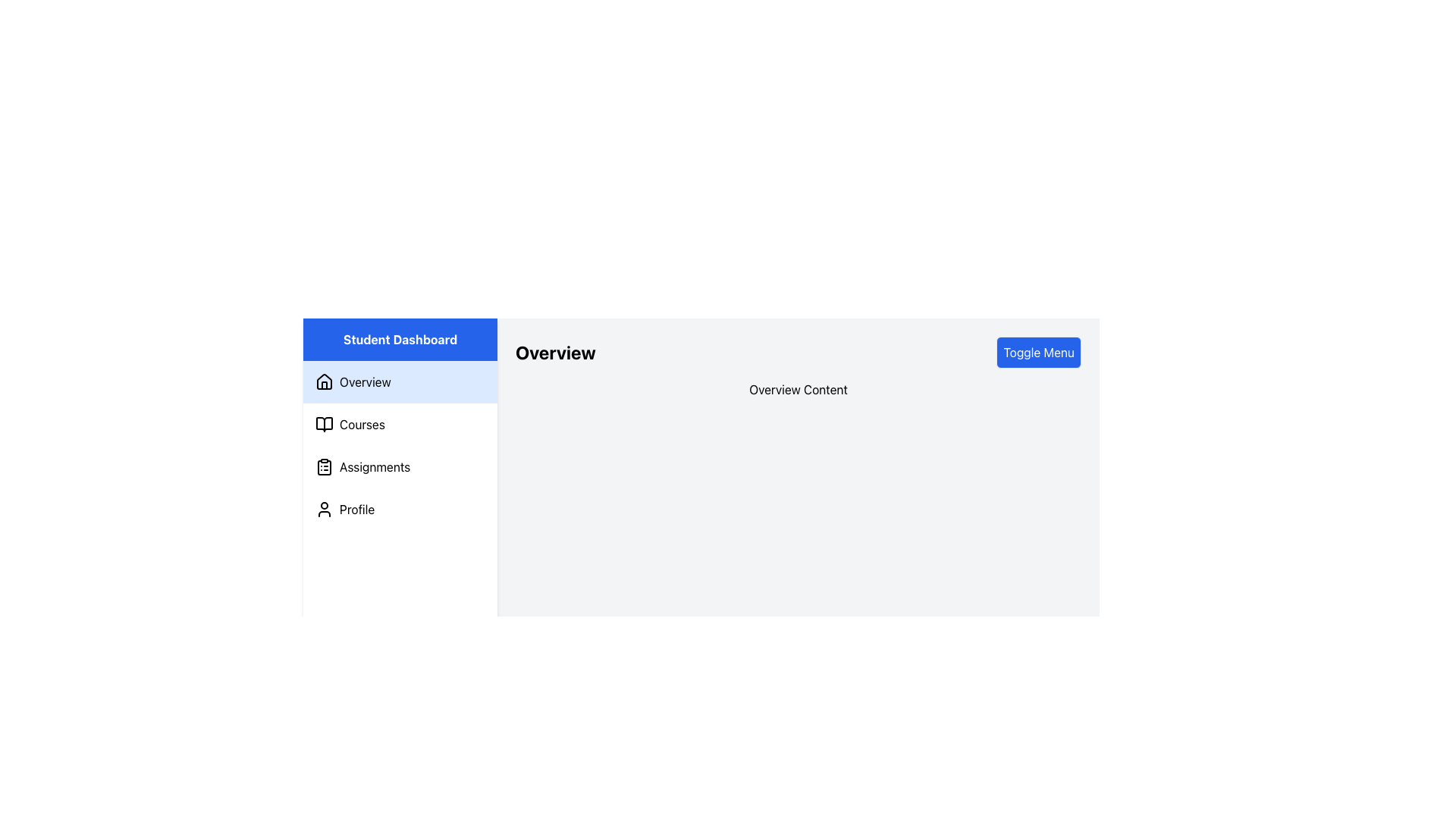 The image size is (1456, 819). Describe the element at coordinates (375, 466) in the screenshot. I see `the 'Assignments' text label in the navigation menu, which is displayed in black on a white background and located between 'Courses' and 'Profile'` at that location.